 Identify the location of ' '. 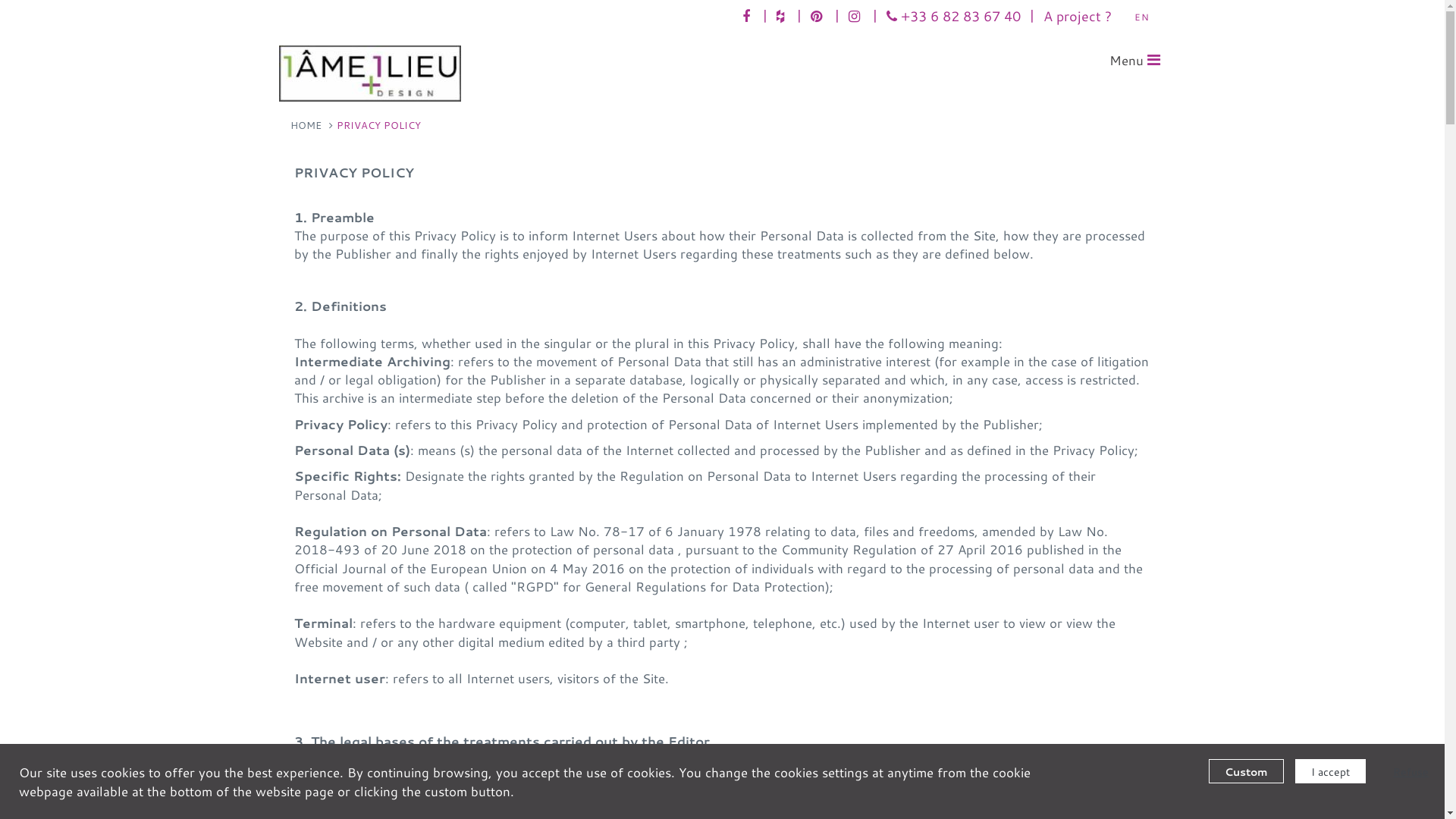
(817, 15).